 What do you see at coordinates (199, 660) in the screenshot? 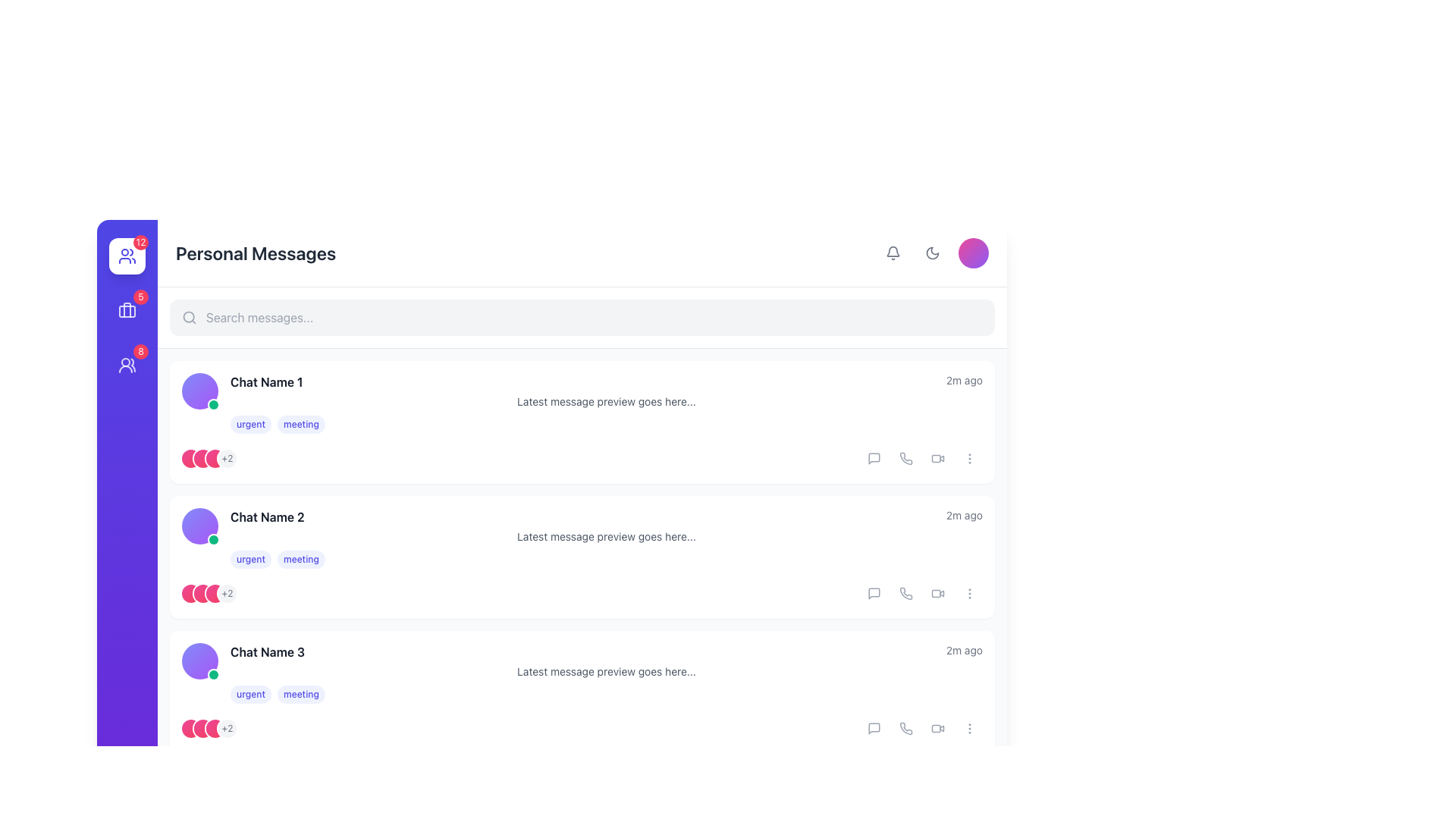
I see `the Avatar with the green status indicator representing the user in the third chat card, which is located at the top-left corner of the chat card aligned with 'Chat Name 3'` at bounding box center [199, 660].